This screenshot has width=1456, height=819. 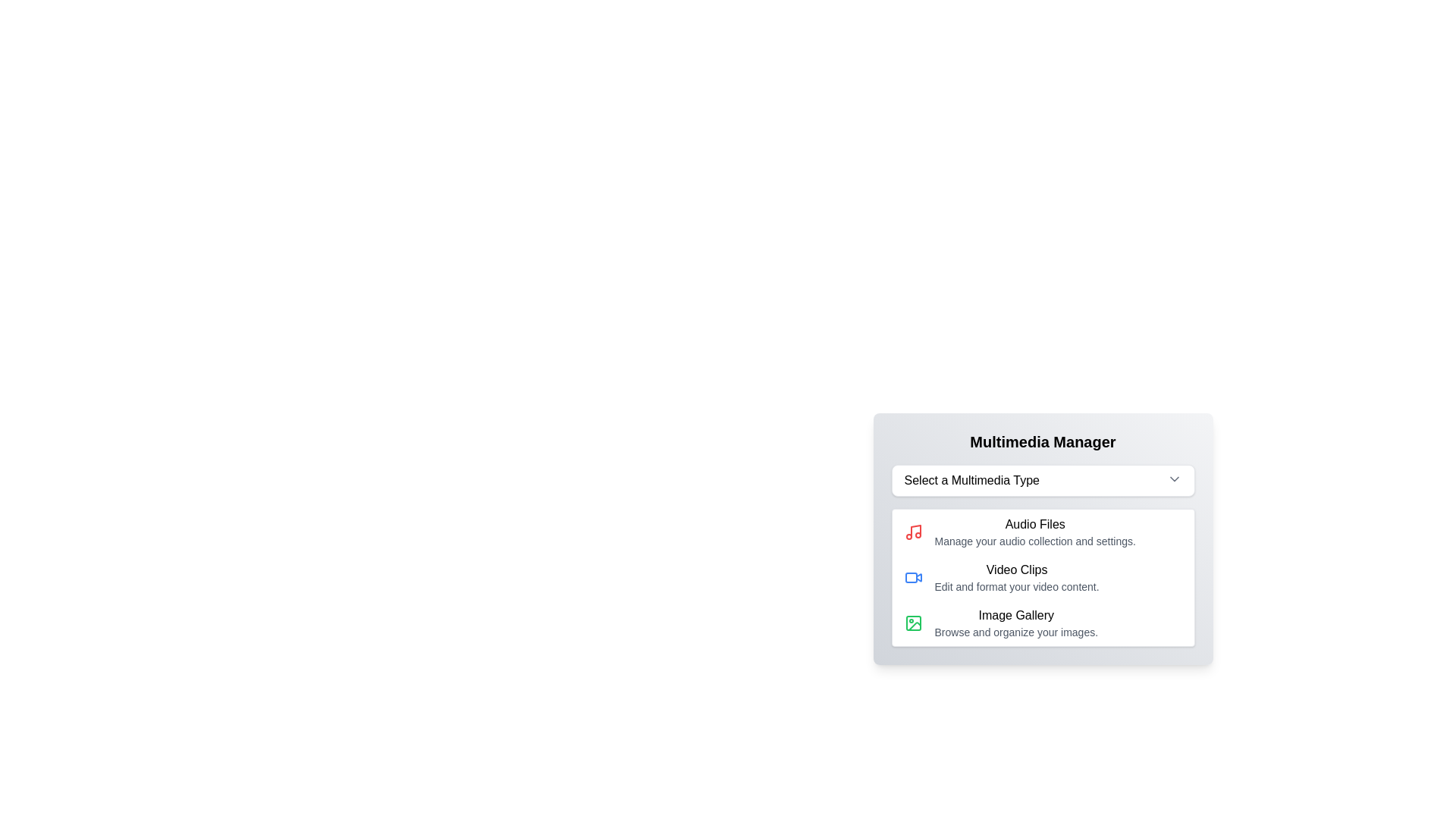 What do you see at coordinates (1016, 616) in the screenshot?
I see `the 'Image Gallery' text label, which serves as the title for the subsection describing image gallery functionalities within the multimedia manager interface` at bounding box center [1016, 616].